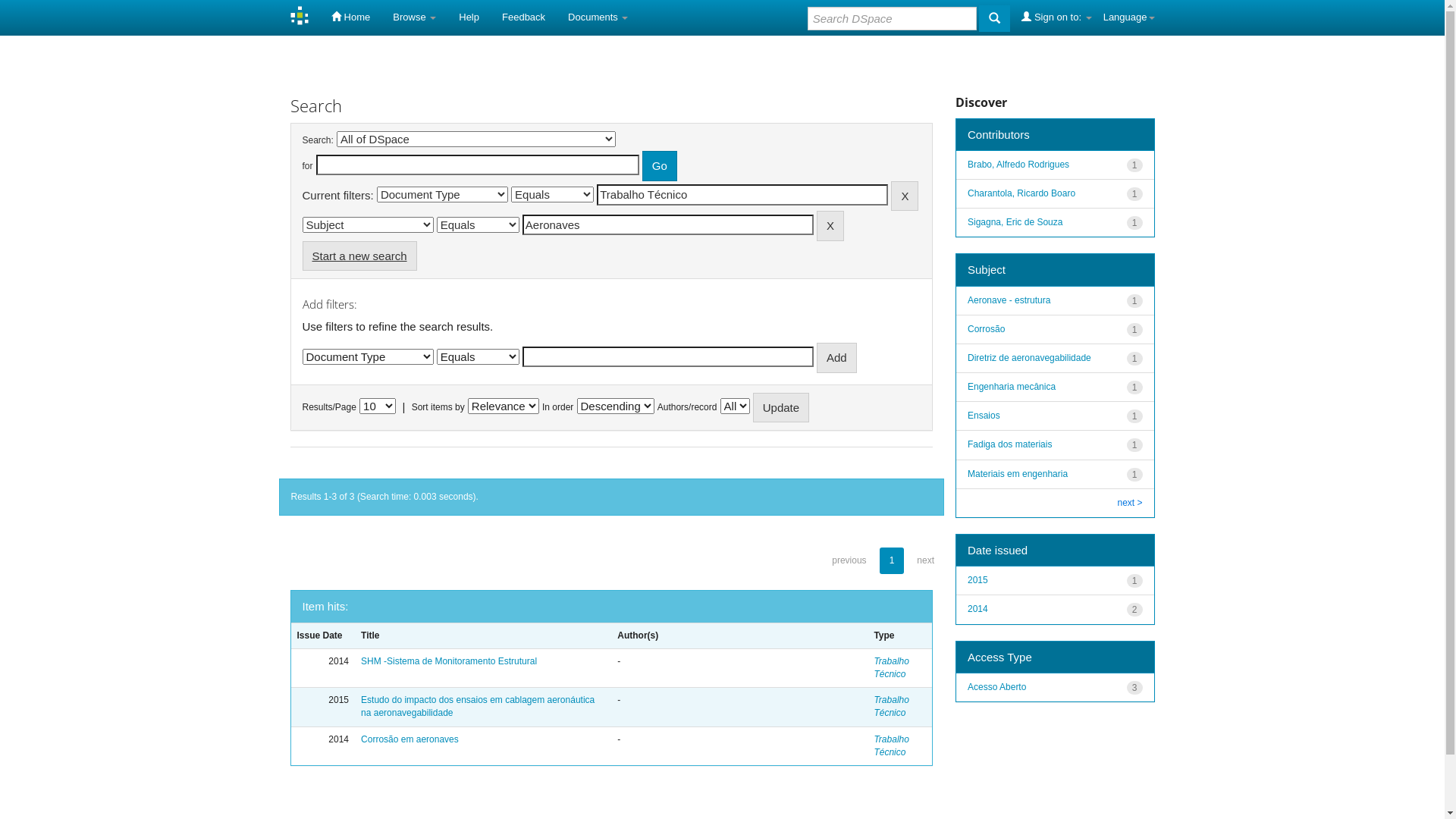 The height and width of the screenshot is (819, 1456). What do you see at coordinates (967, 357) in the screenshot?
I see `'Diretriz de aeronavegabilidade'` at bounding box center [967, 357].